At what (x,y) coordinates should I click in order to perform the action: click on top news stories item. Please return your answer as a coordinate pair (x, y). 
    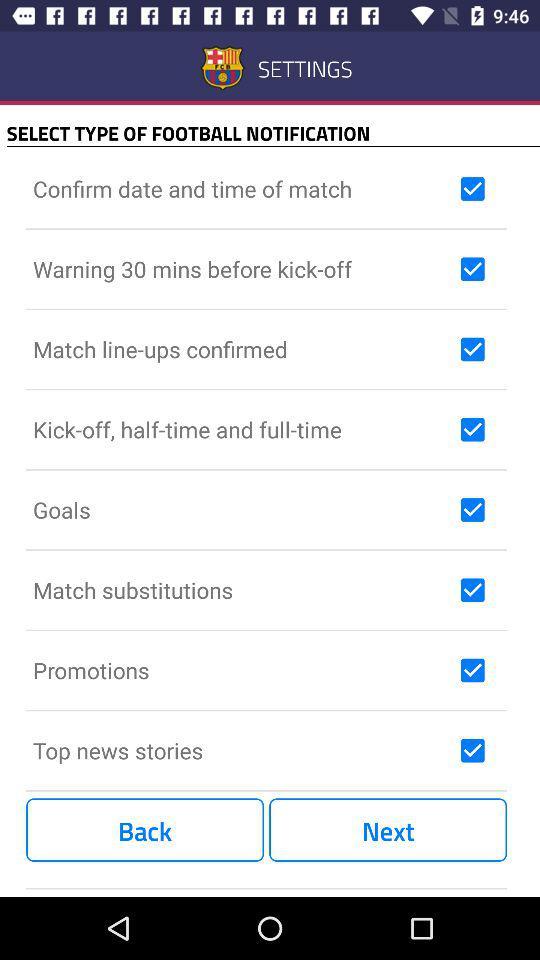
    Looking at the image, I should click on (242, 749).